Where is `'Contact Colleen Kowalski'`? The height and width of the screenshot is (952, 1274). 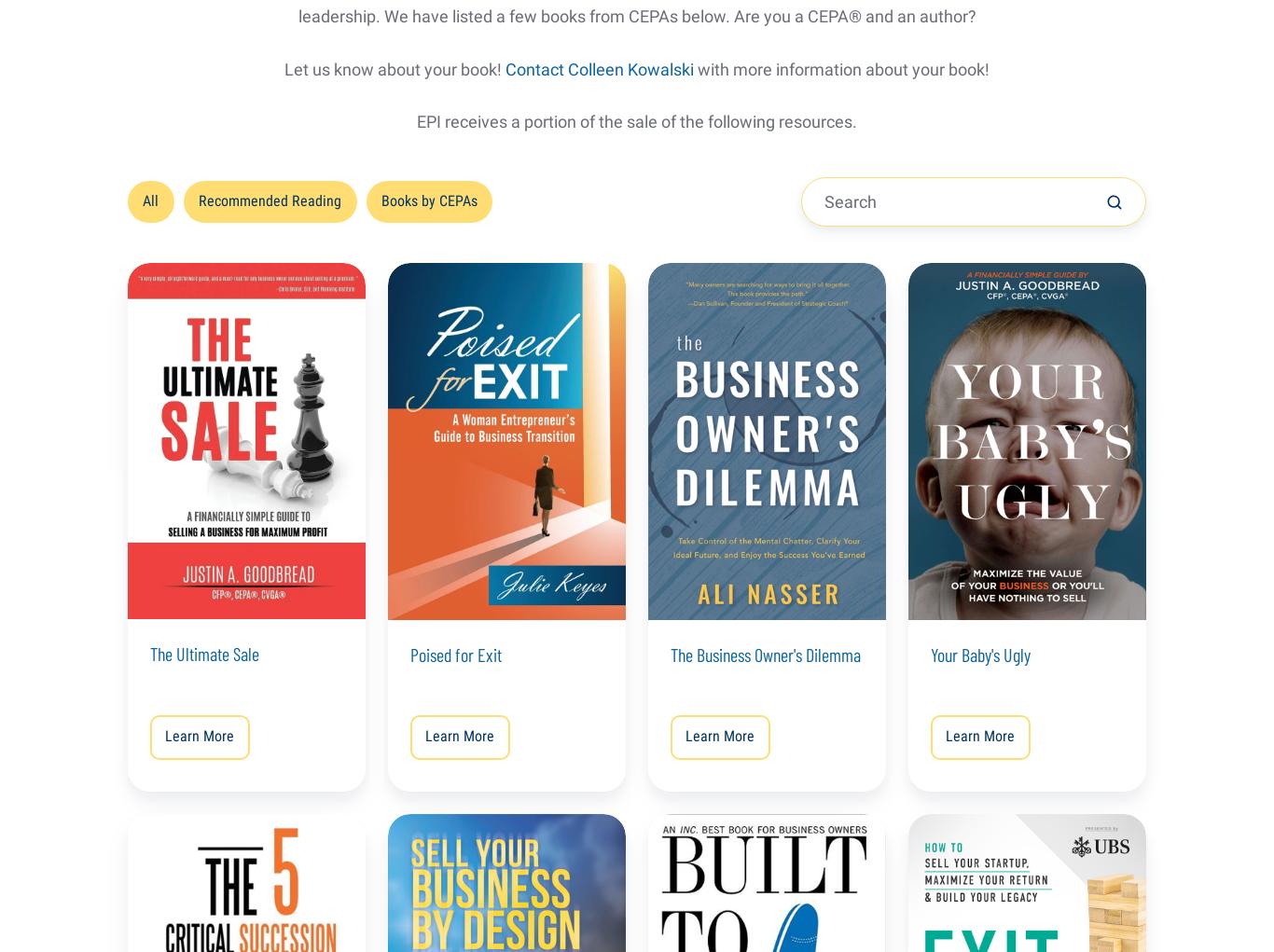 'Contact Colleen Kowalski' is located at coordinates (598, 68).